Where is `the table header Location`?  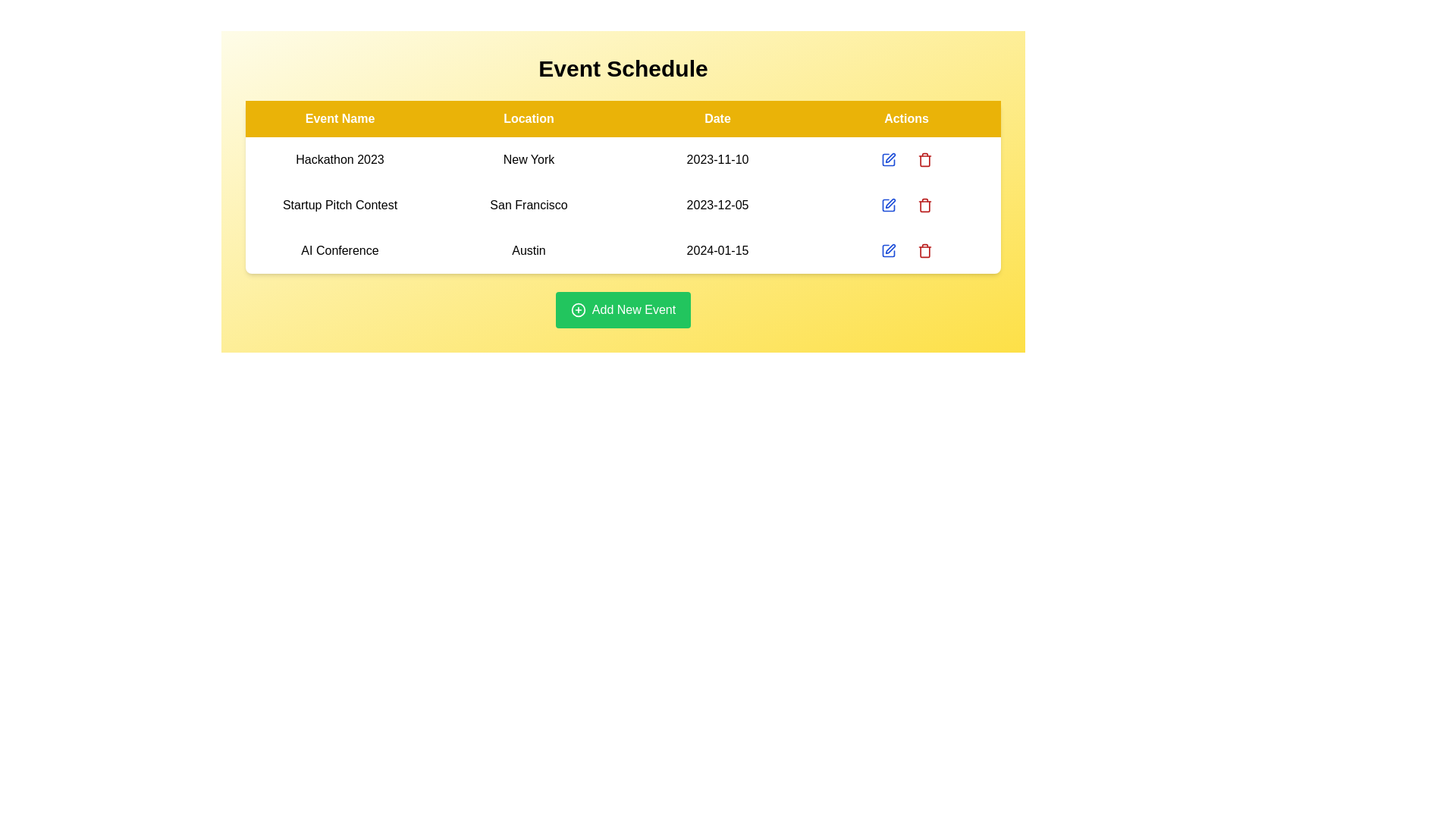 the table header Location is located at coordinates (529, 118).